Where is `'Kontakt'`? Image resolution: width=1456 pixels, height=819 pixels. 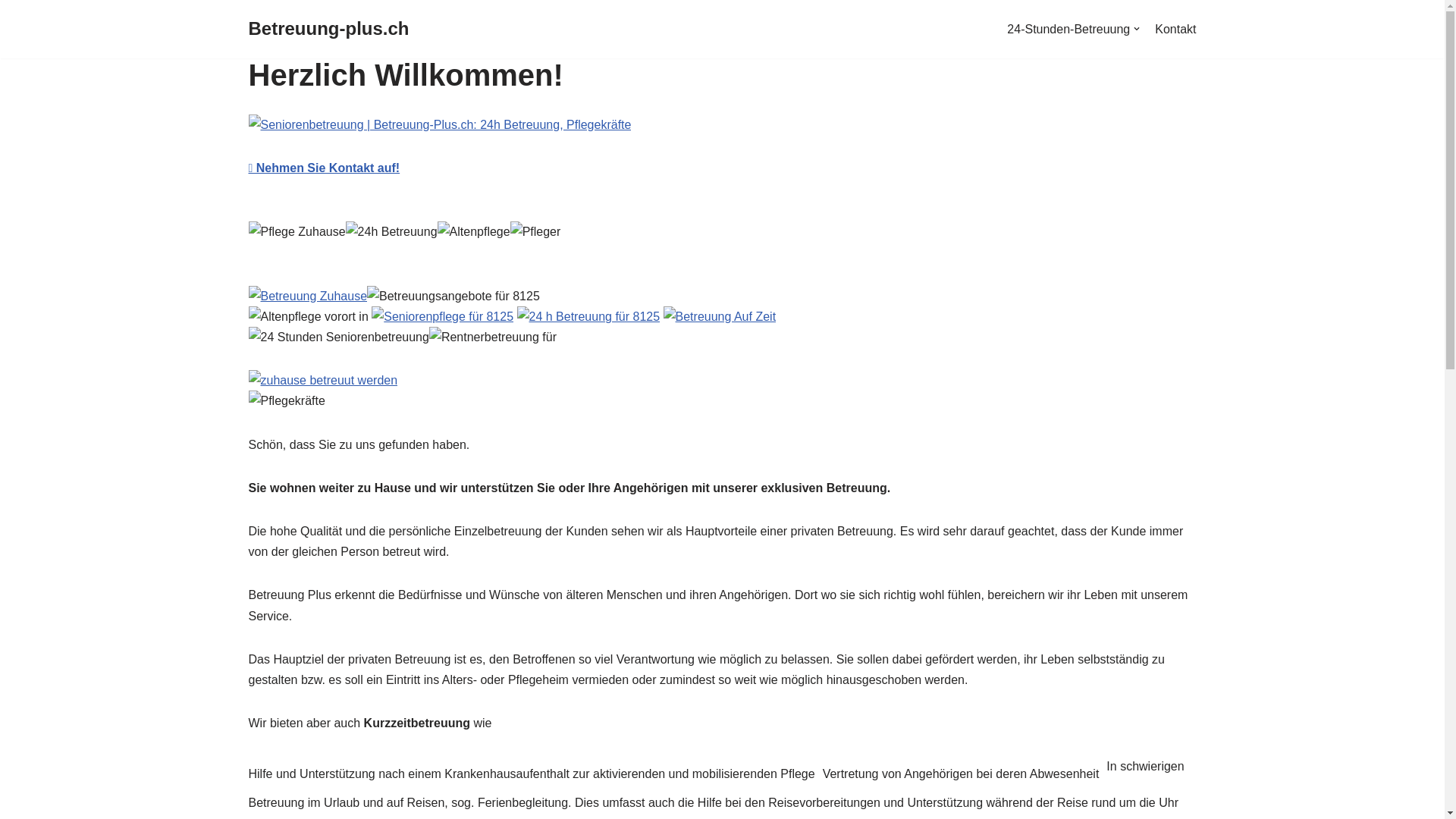
'Kontakt' is located at coordinates (1175, 29).